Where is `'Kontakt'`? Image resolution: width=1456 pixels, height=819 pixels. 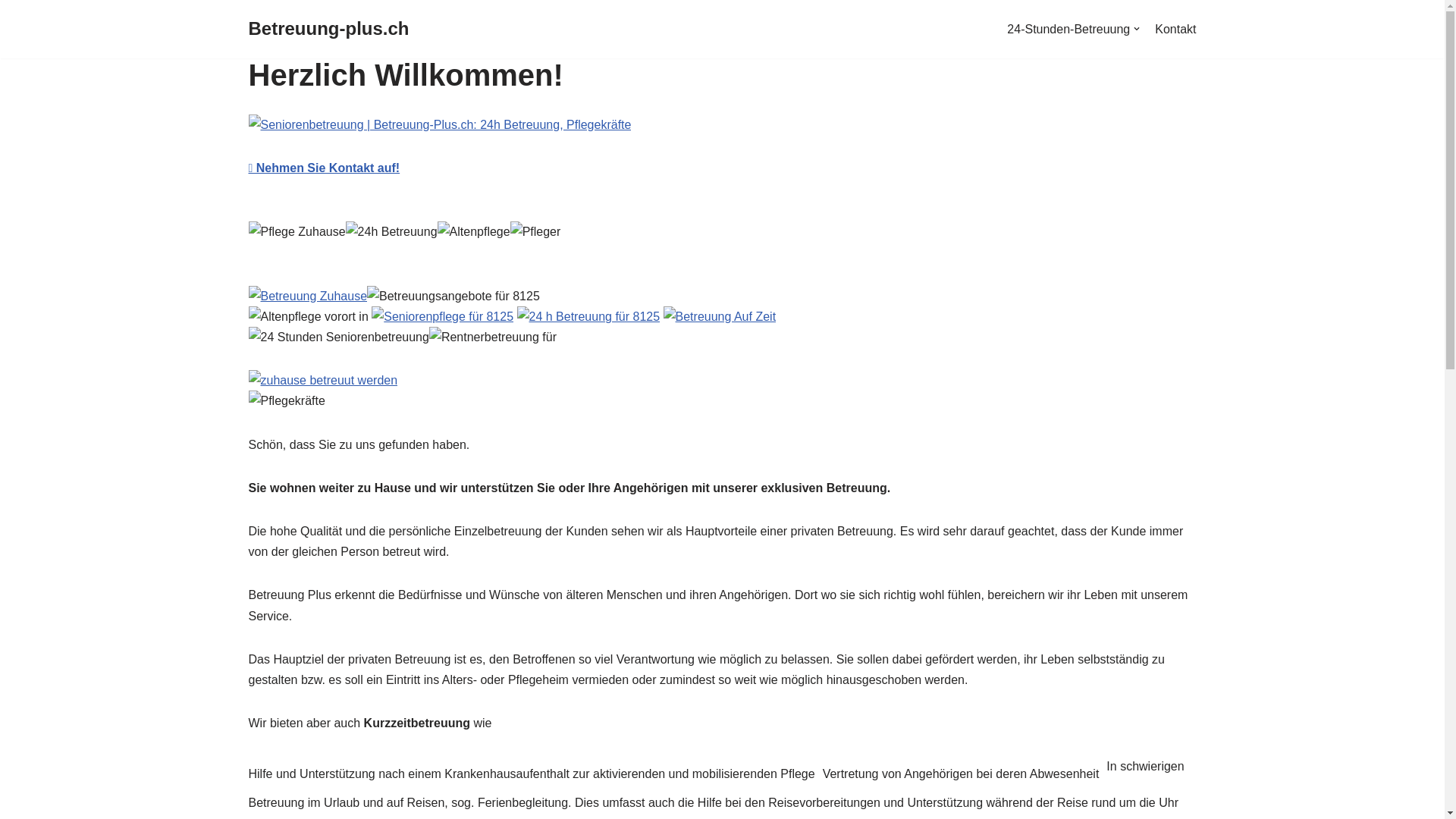
'Kontakt' is located at coordinates (1175, 29).